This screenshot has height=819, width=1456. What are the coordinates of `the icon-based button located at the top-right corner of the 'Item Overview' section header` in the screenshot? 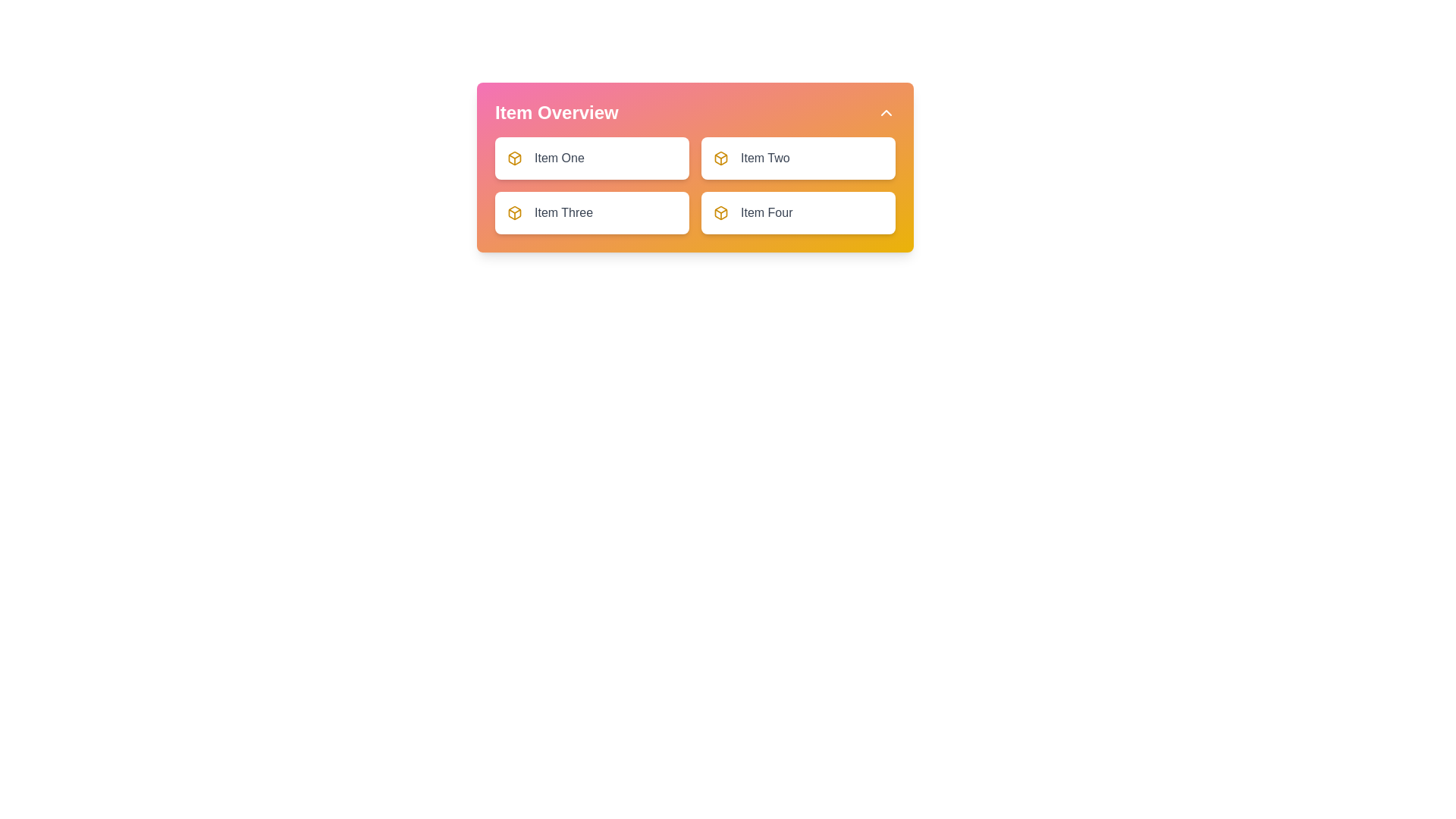 It's located at (886, 112).